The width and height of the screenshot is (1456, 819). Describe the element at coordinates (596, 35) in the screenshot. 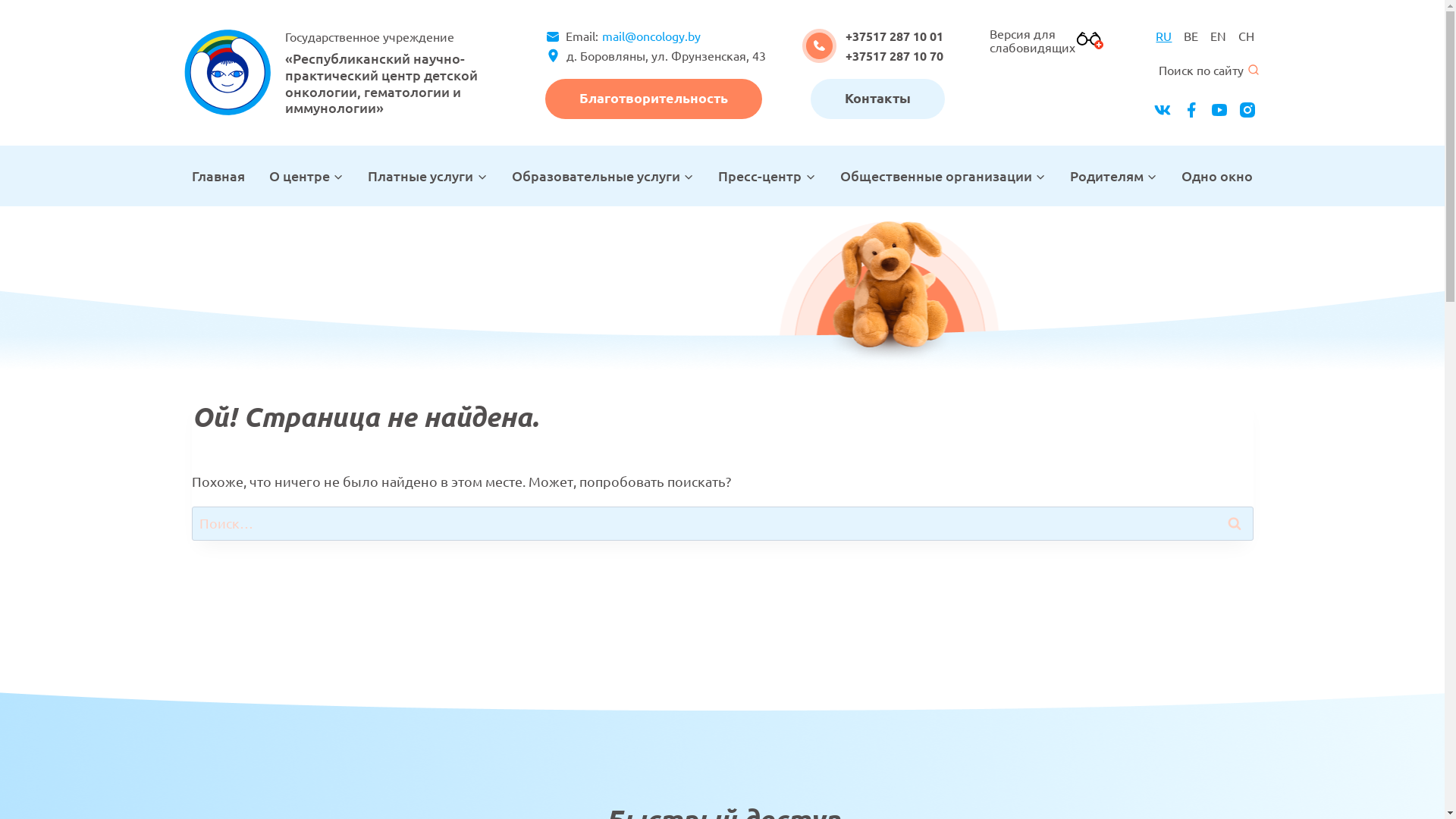

I see `'mail@oncology.by'` at that location.